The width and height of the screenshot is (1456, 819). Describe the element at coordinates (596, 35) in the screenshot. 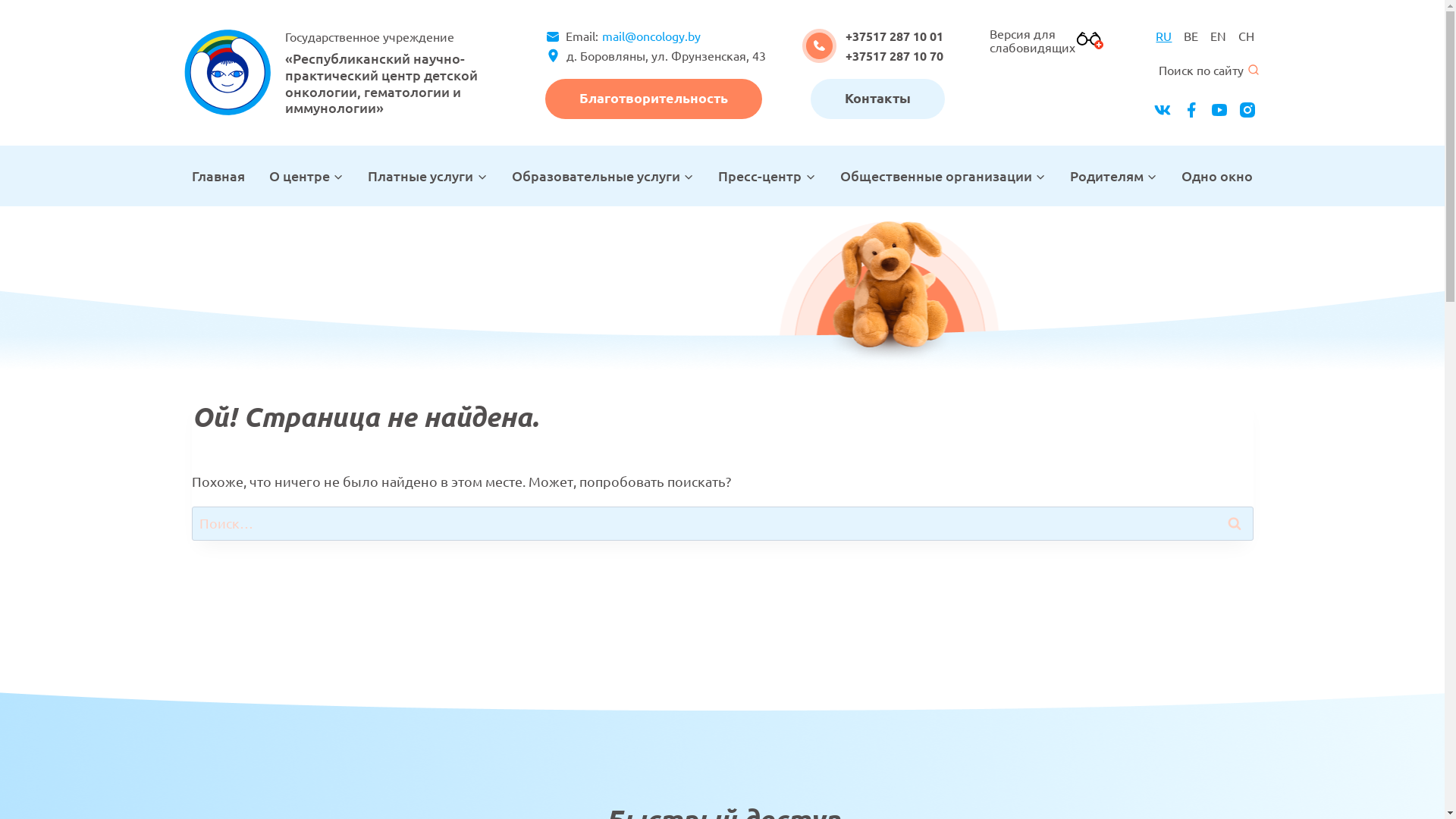

I see `'mail@oncology.by'` at that location.